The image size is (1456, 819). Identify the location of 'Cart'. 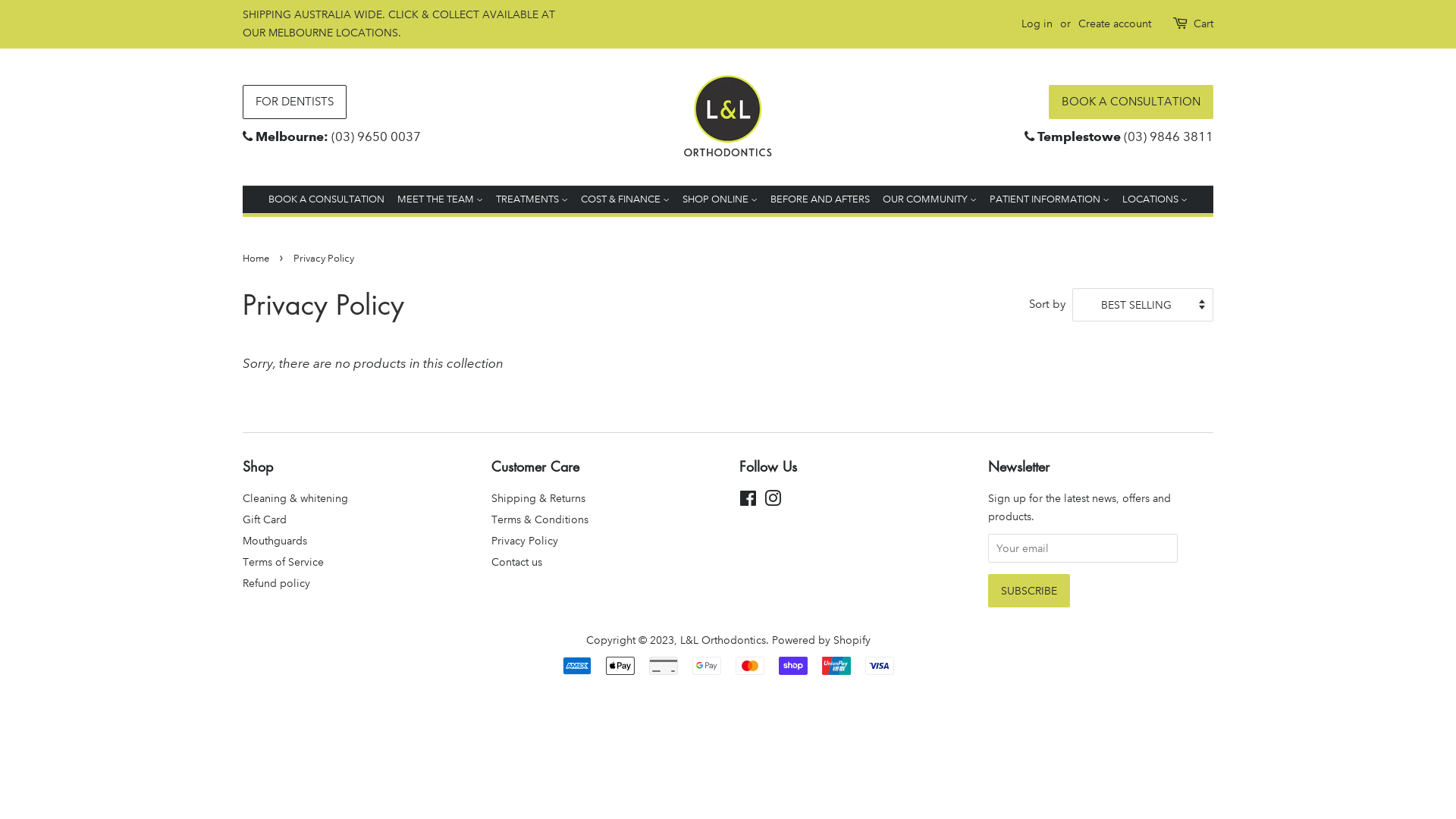
(1203, 24).